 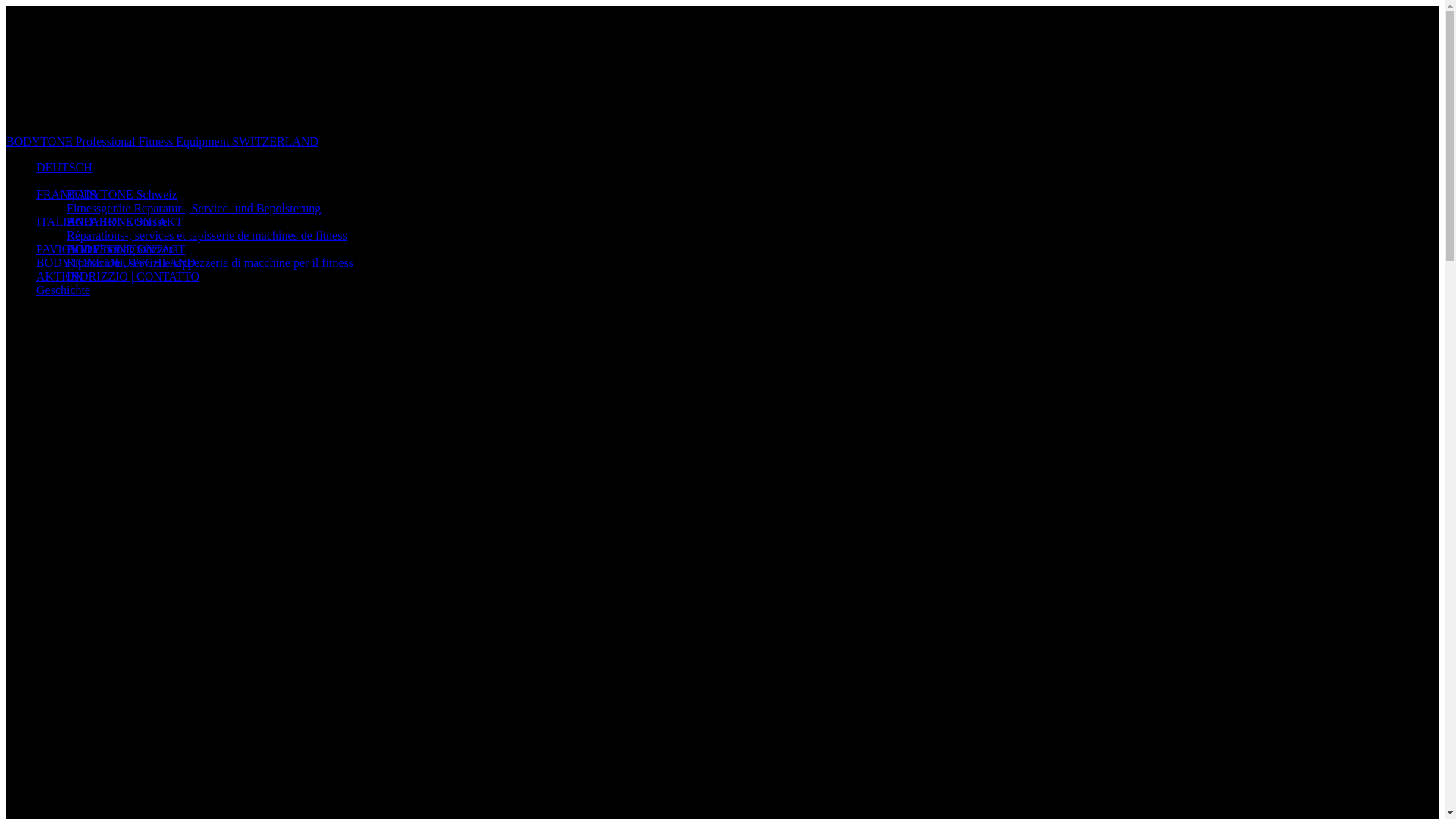 I want to click on 'DEUTSCH', so click(x=64, y=167).